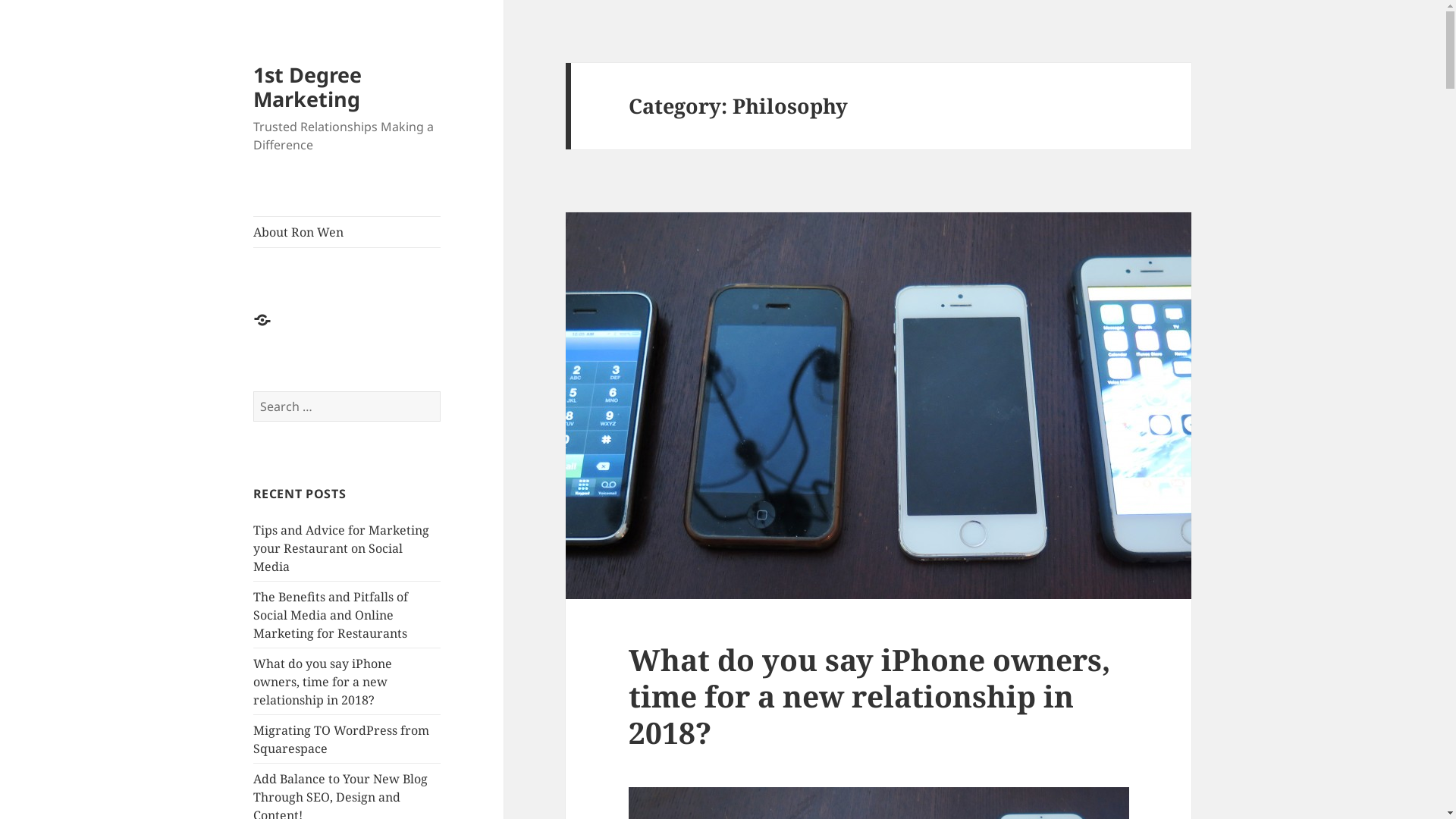  What do you see at coordinates (340, 739) in the screenshot?
I see `'Migrating TO WordPress from Squarespace'` at bounding box center [340, 739].